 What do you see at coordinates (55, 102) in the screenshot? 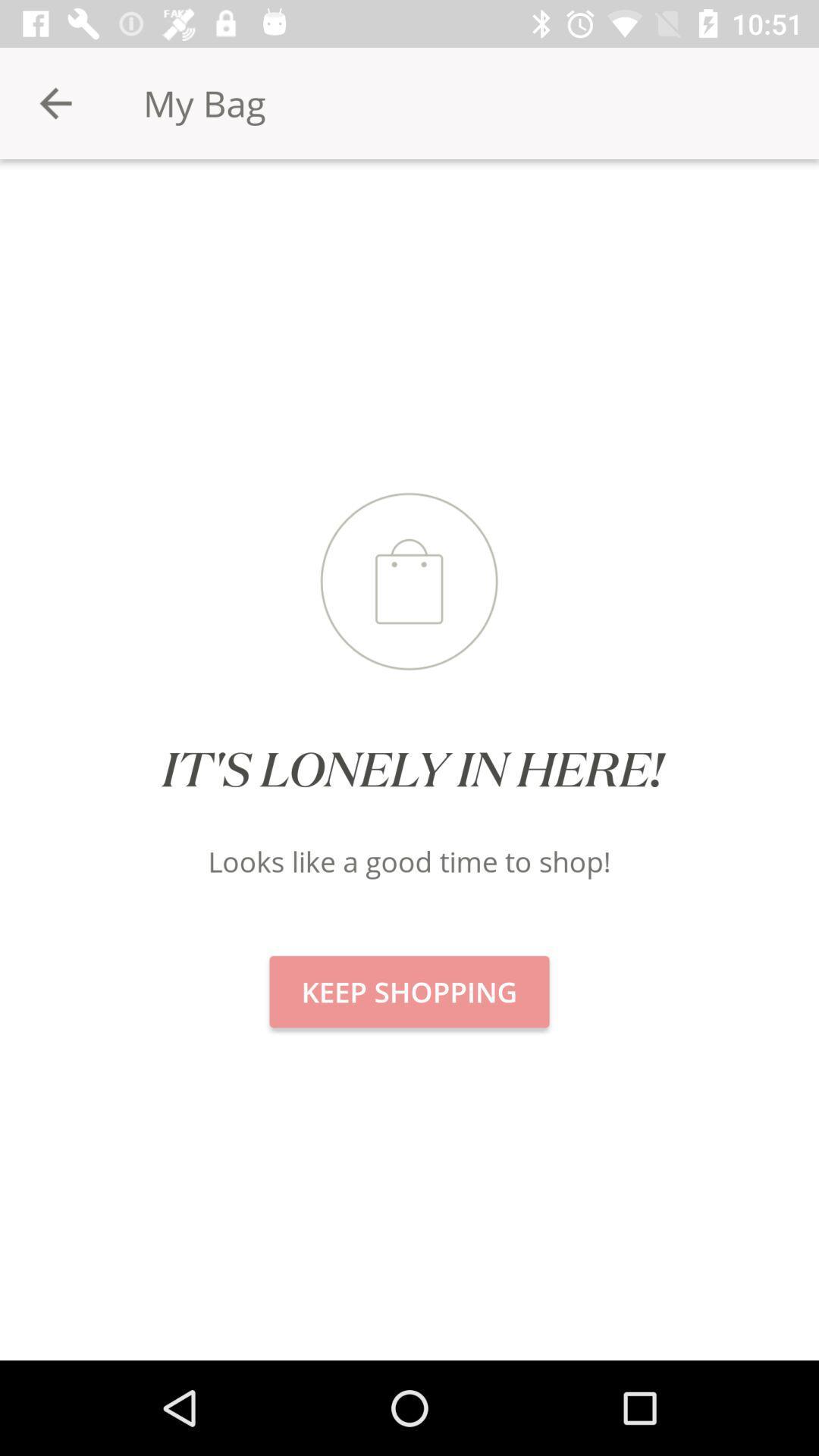
I see `the item at the top left corner` at bounding box center [55, 102].